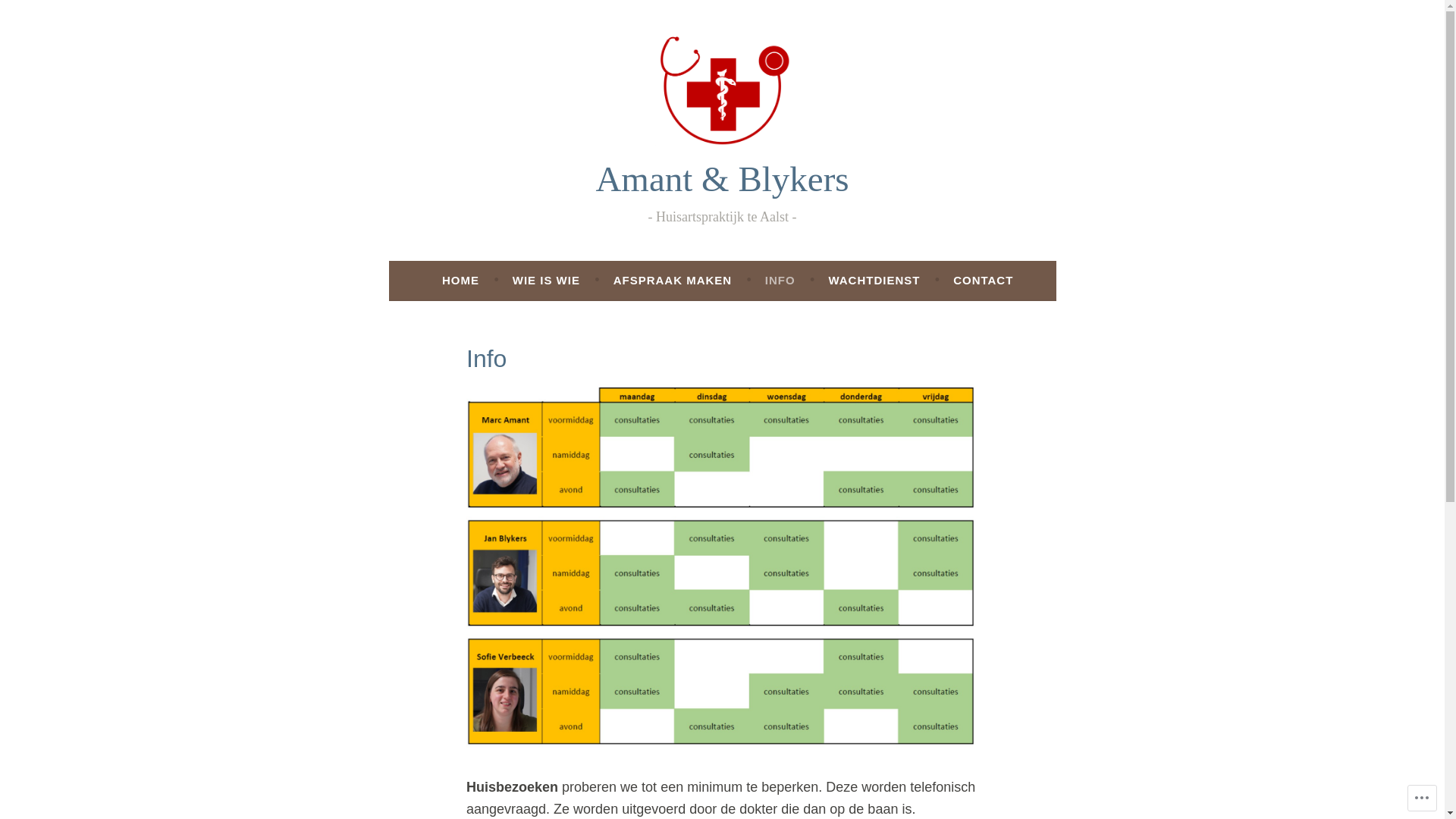 The width and height of the screenshot is (1456, 819). What do you see at coordinates (513, 281) in the screenshot?
I see `'WIE IS WIE'` at bounding box center [513, 281].